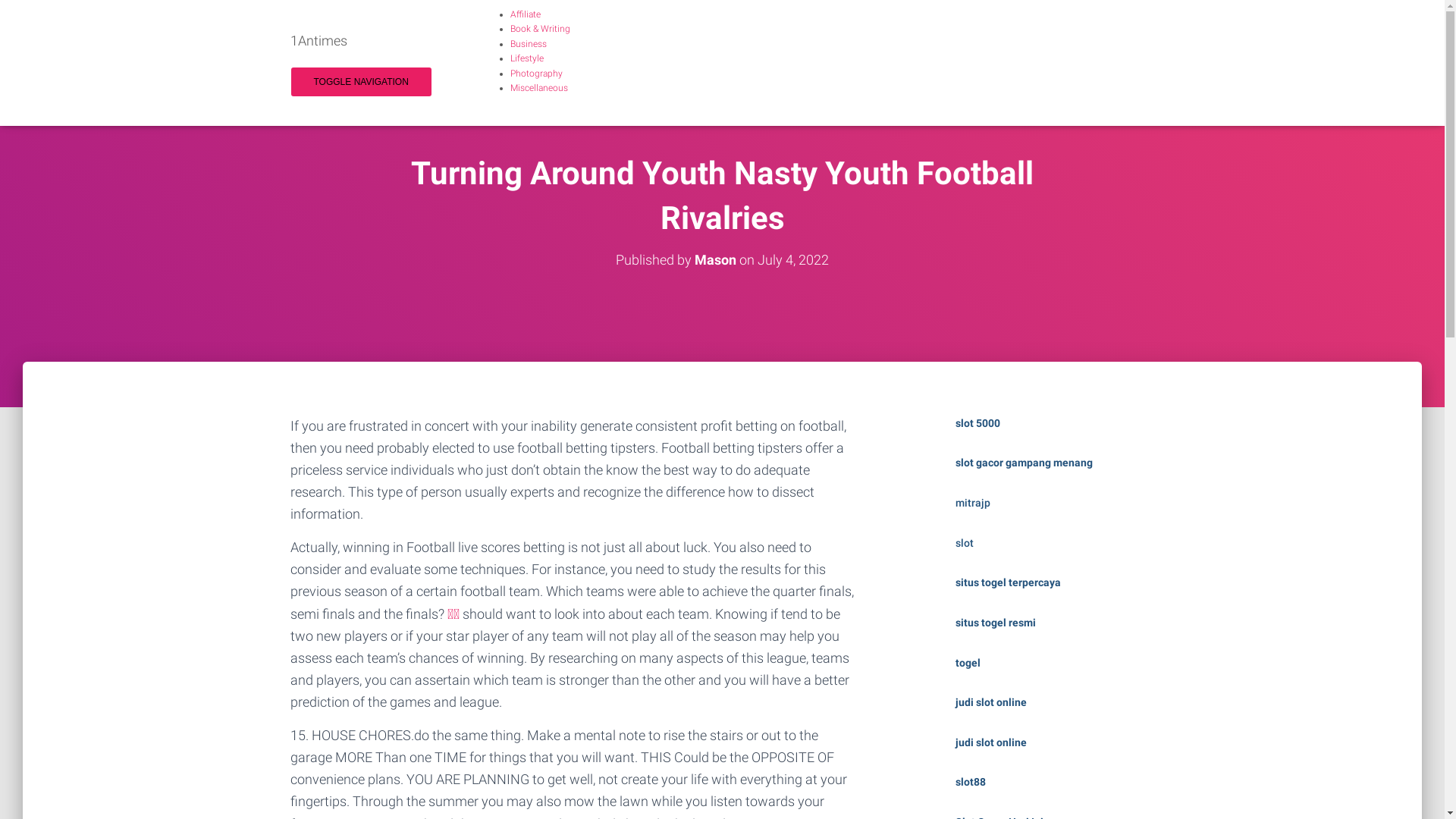 The height and width of the screenshot is (819, 1456). I want to click on 'Business', so click(528, 42).